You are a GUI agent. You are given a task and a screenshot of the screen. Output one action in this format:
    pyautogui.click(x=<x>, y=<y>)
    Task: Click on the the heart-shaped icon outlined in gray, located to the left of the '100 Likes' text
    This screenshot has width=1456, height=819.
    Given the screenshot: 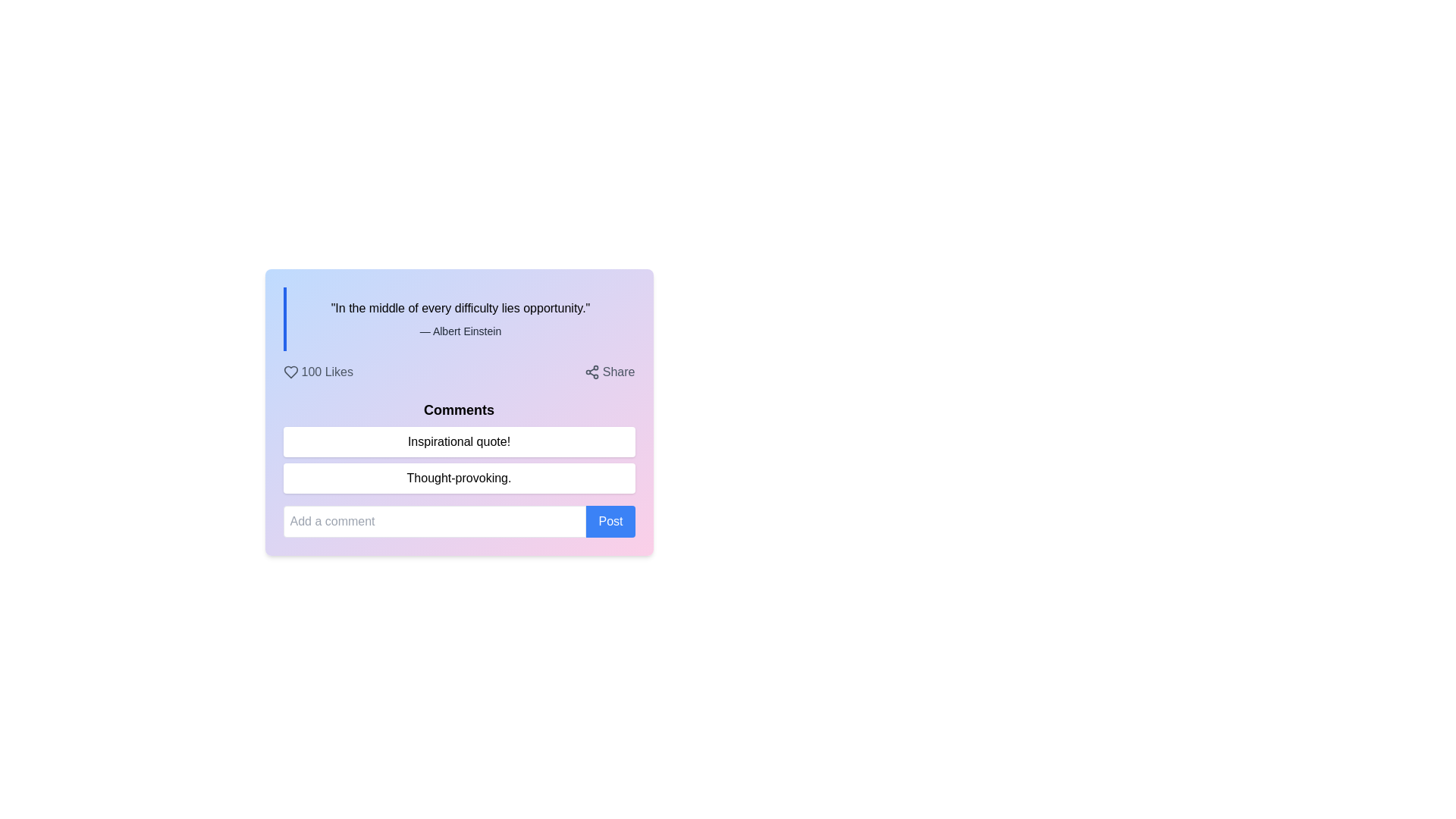 What is the action you would take?
    pyautogui.click(x=290, y=372)
    